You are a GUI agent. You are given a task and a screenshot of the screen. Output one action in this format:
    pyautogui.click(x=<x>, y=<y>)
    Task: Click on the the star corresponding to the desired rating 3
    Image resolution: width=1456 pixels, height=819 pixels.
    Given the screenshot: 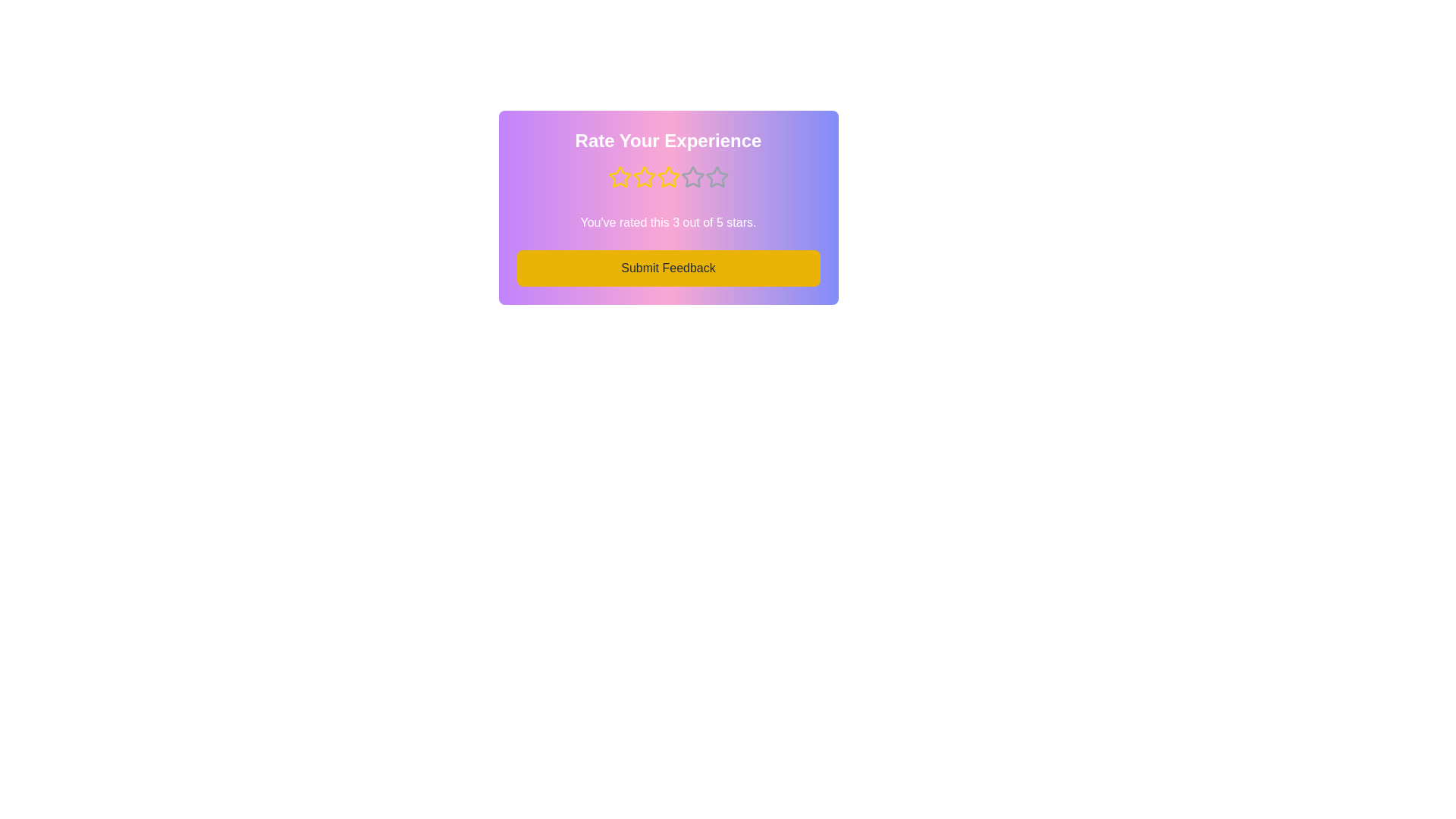 What is the action you would take?
    pyautogui.click(x=667, y=177)
    